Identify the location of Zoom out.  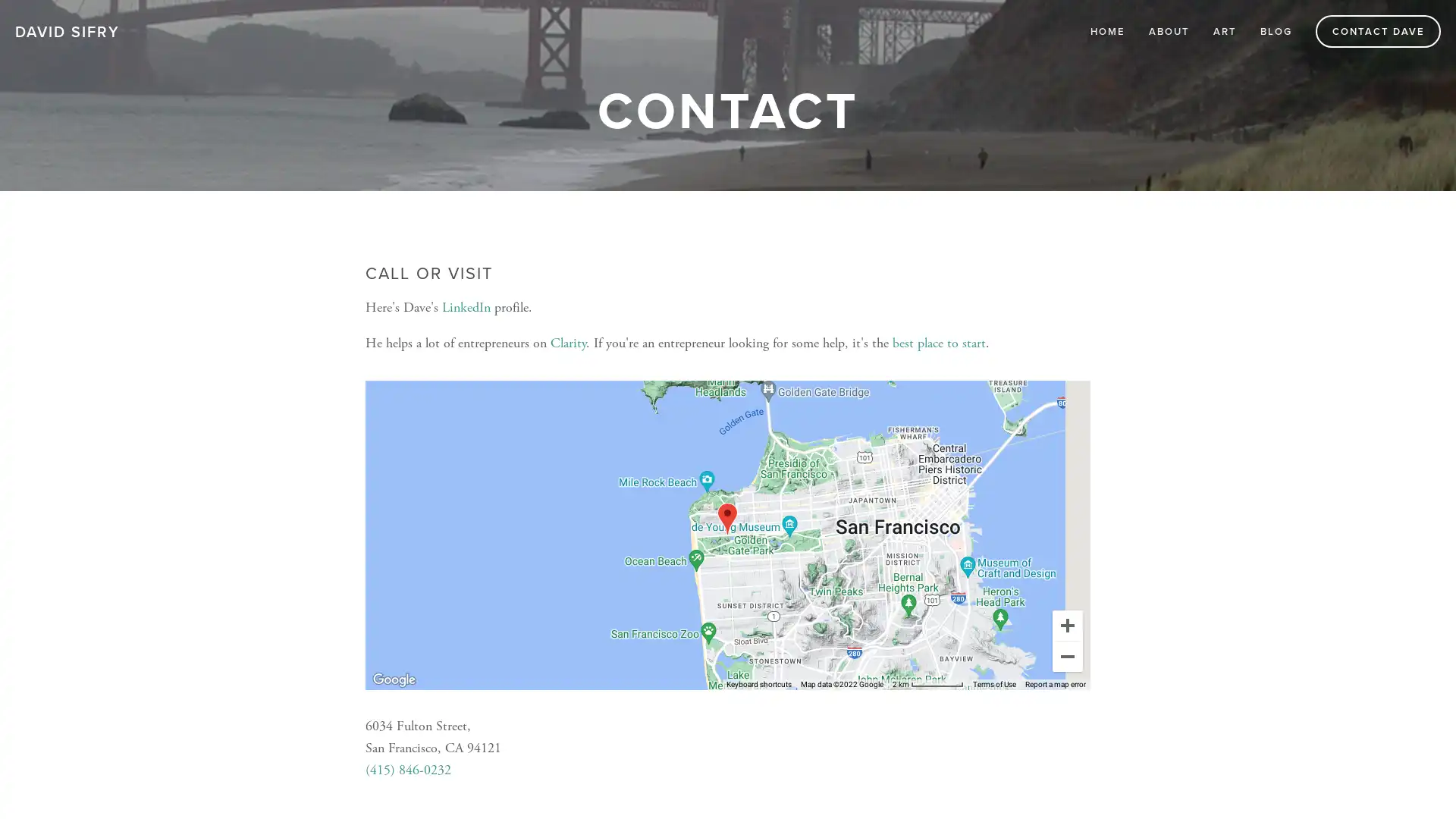
(1066, 654).